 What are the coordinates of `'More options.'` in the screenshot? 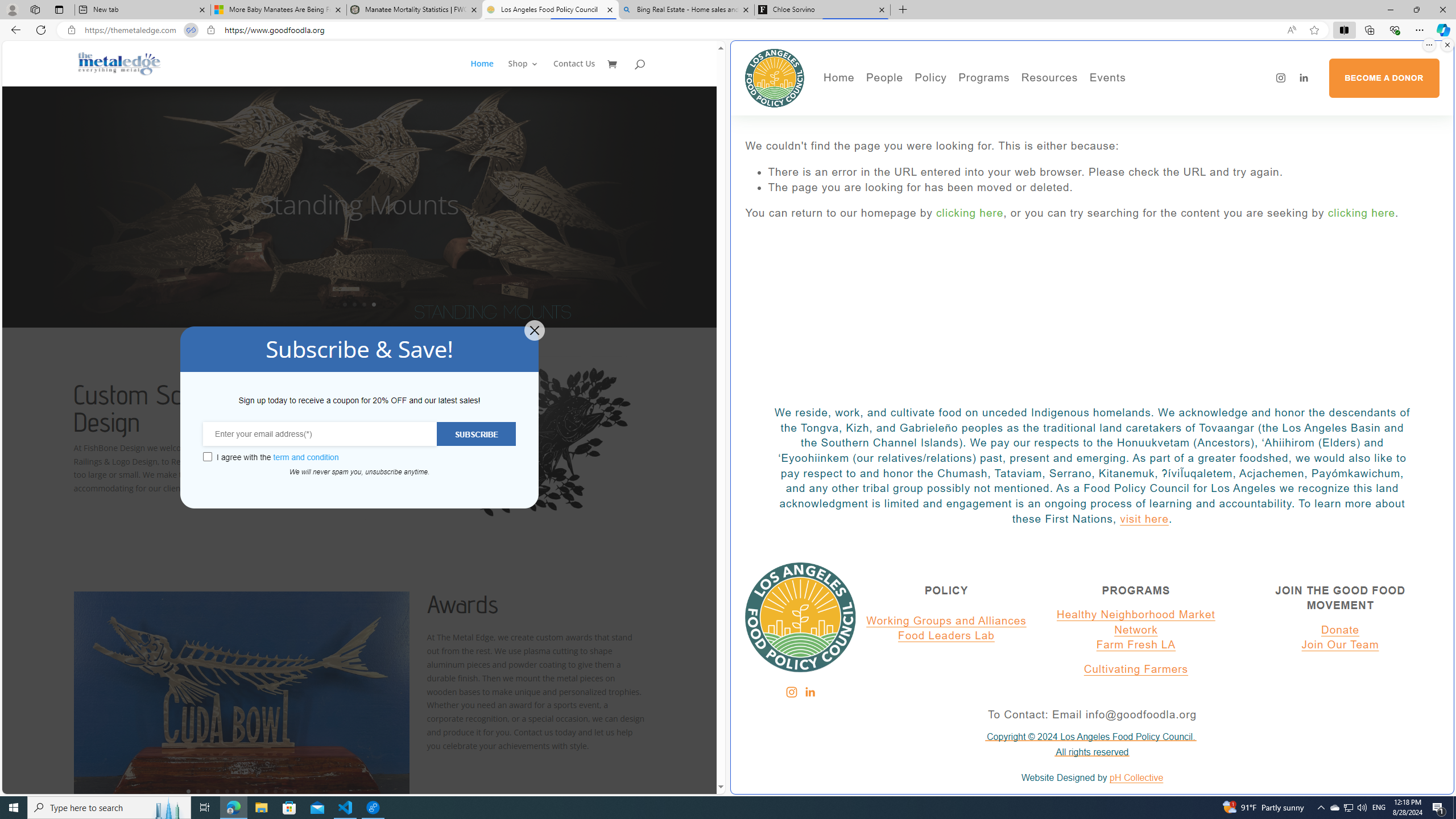 It's located at (1428, 44).